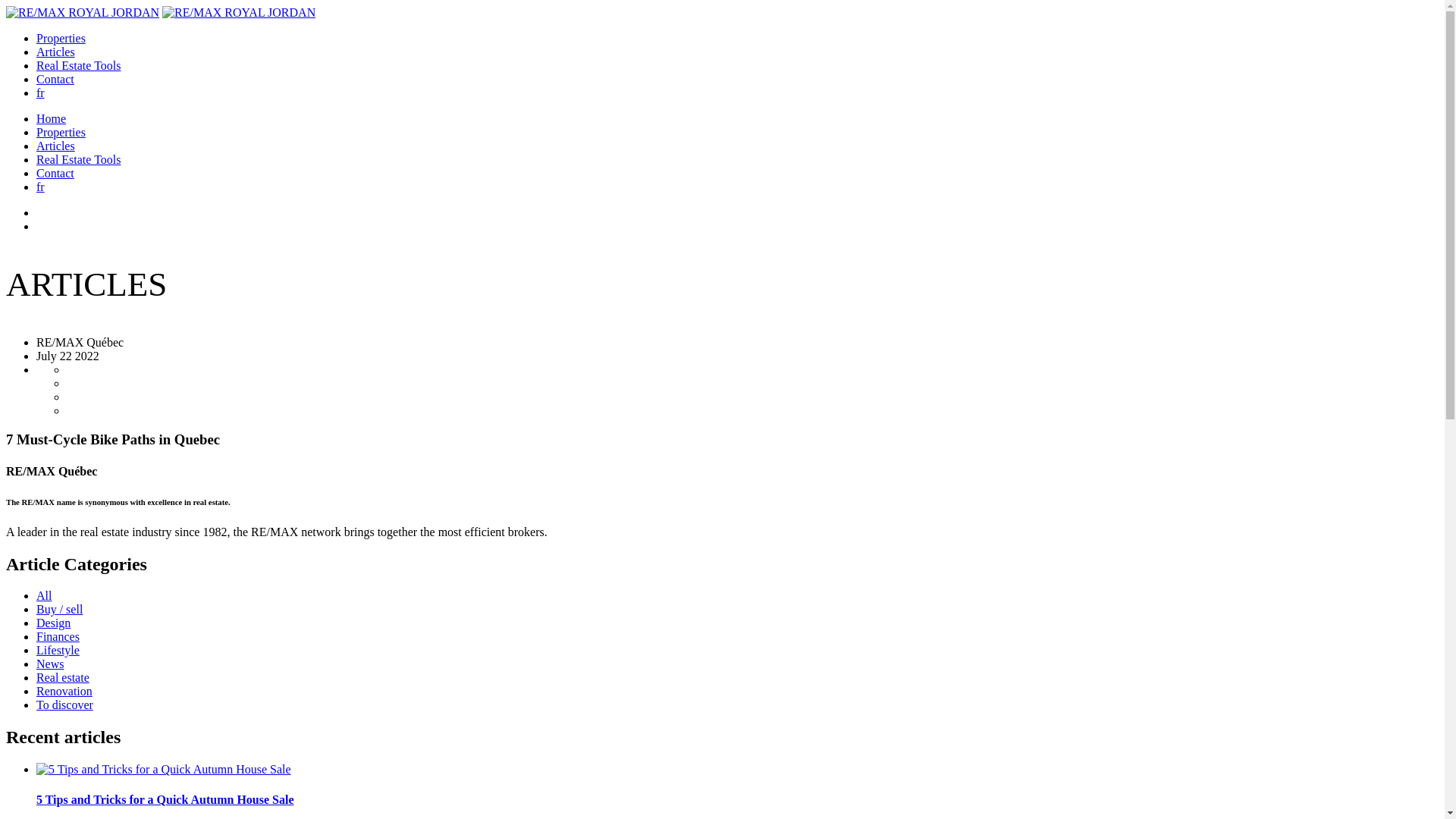  Describe the element at coordinates (58, 636) in the screenshot. I see `'Finances'` at that location.